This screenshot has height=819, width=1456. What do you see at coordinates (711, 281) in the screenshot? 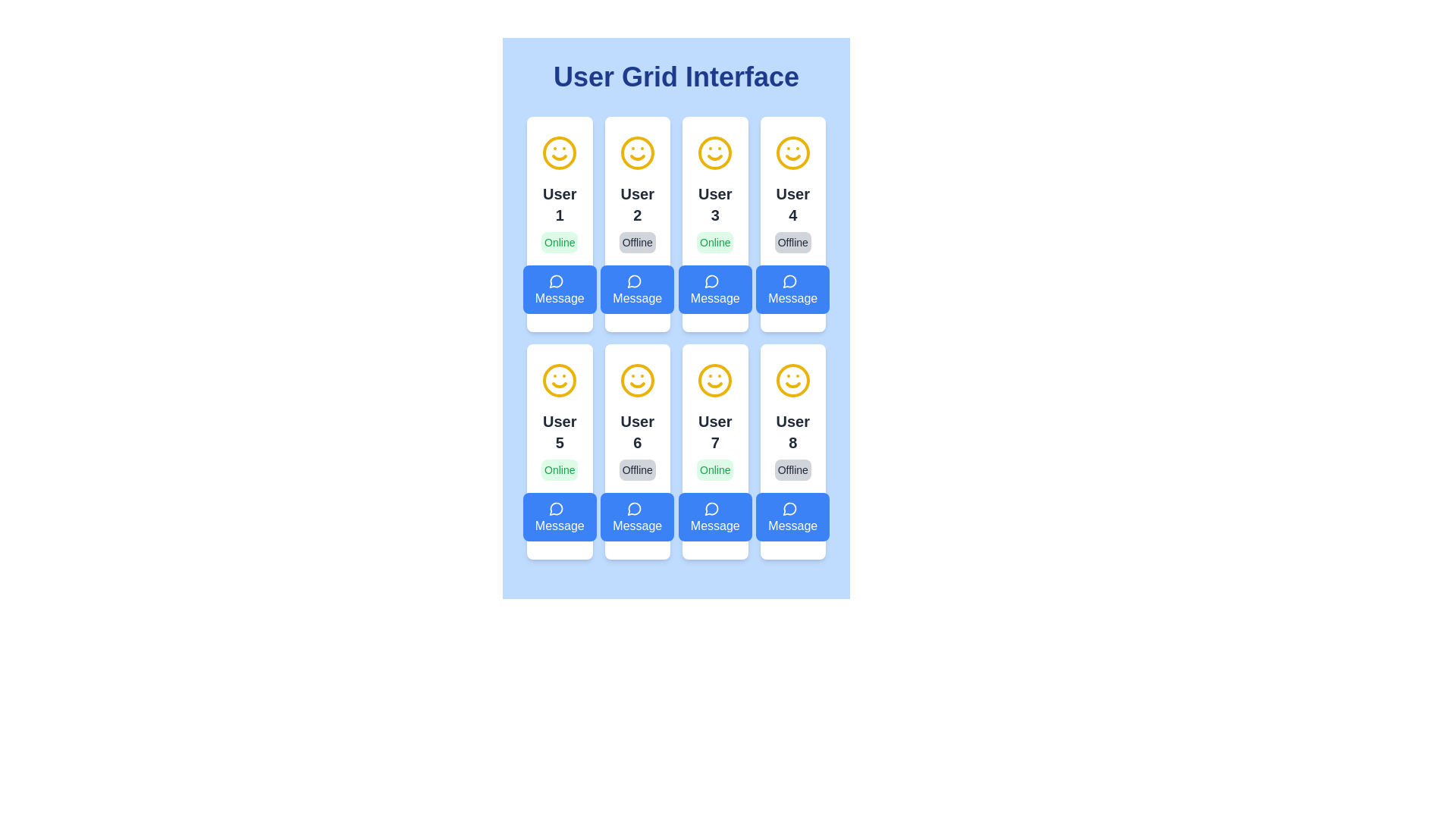
I see `the messaging icon within the 'Message' button located underneath the profile of 'User 3' in the grid layout` at bounding box center [711, 281].